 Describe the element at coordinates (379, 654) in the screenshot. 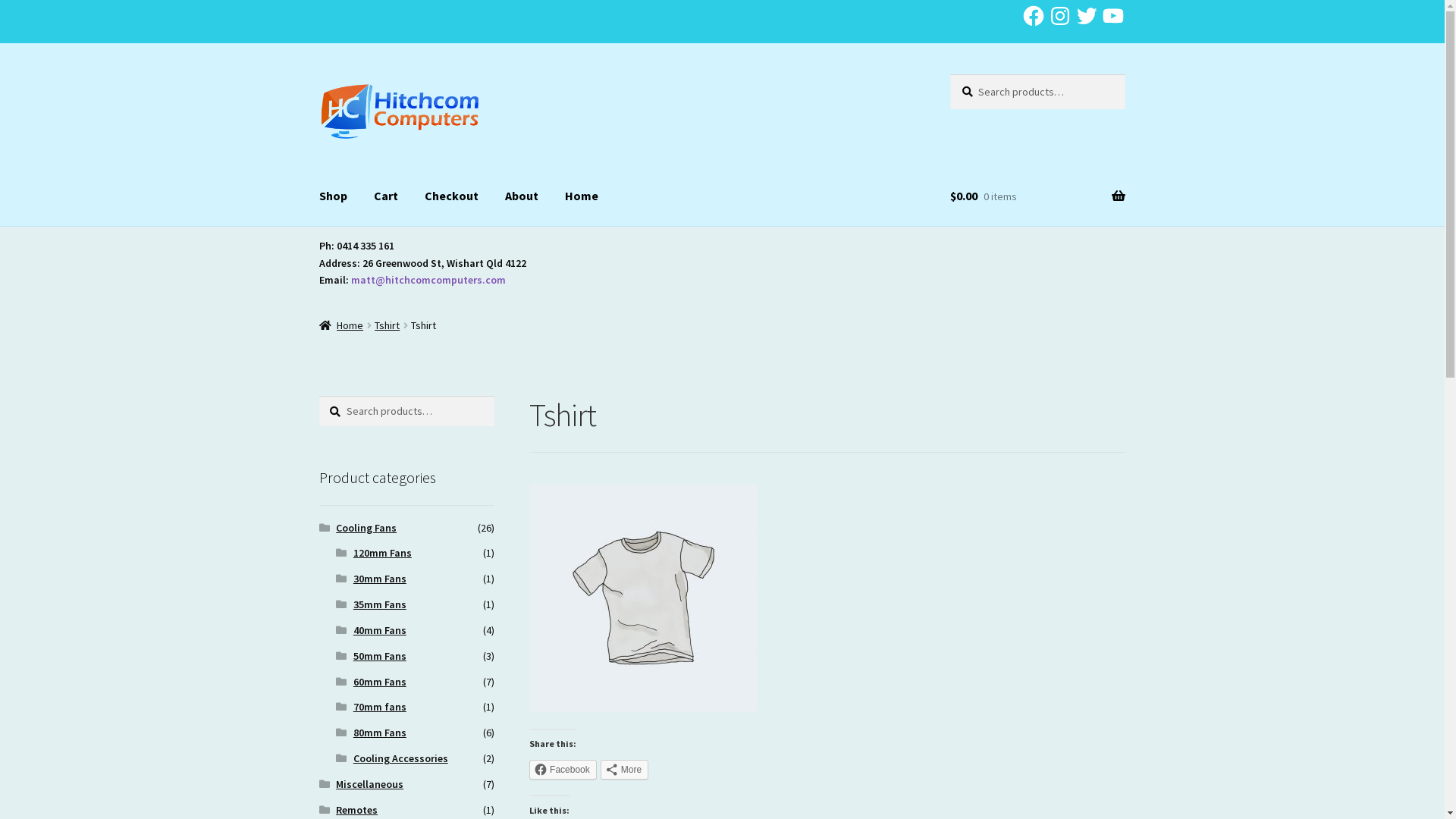

I see `'50mm Fans'` at that location.